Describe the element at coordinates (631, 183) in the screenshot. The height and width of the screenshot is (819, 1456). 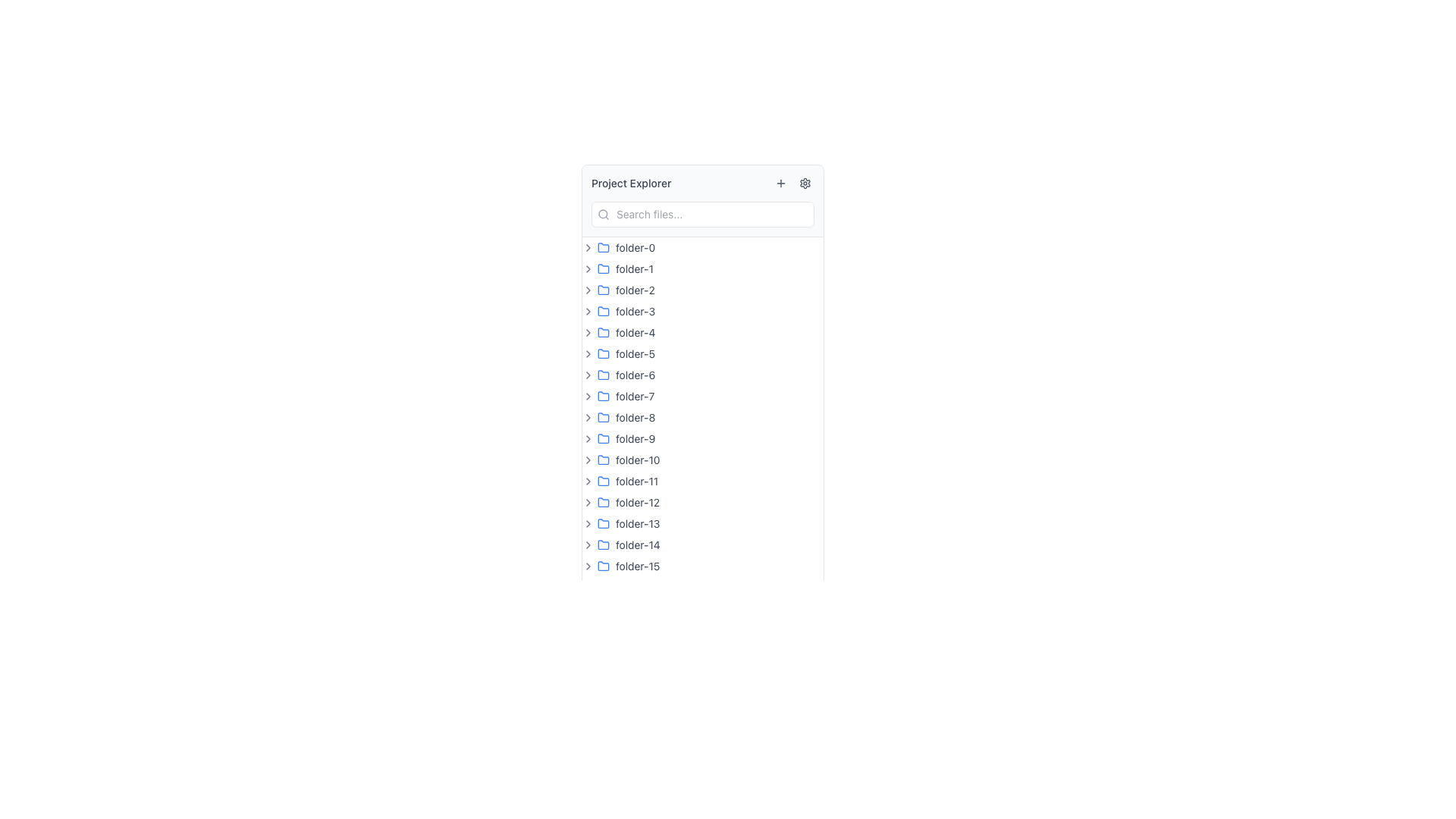
I see `the header label for the 'Project Explorer' section, located at the top of the side panel, to identify the contents of this section` at that location.